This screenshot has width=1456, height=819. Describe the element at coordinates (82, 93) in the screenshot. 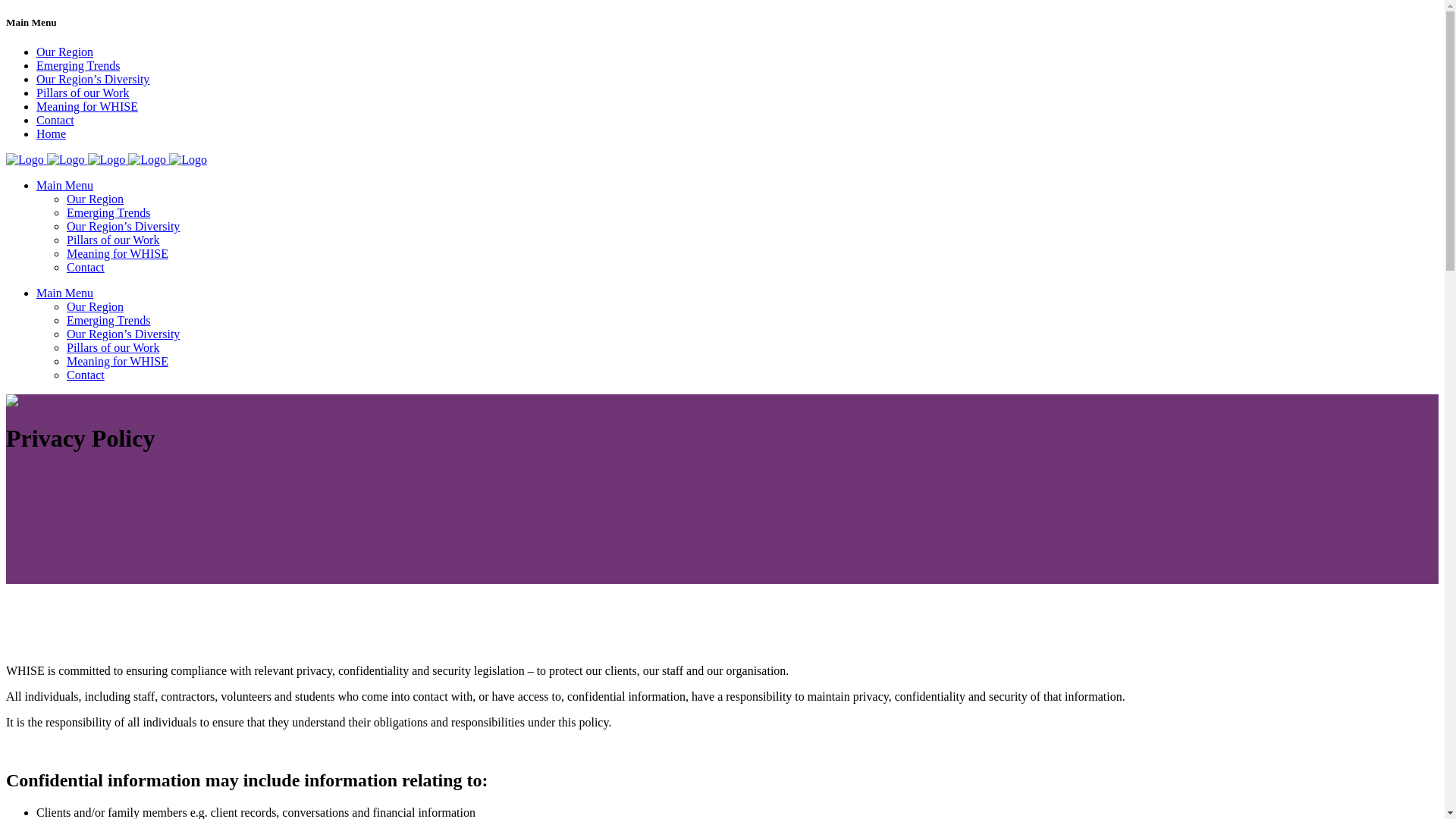

I see `'Pillars of our Work'` at that location.